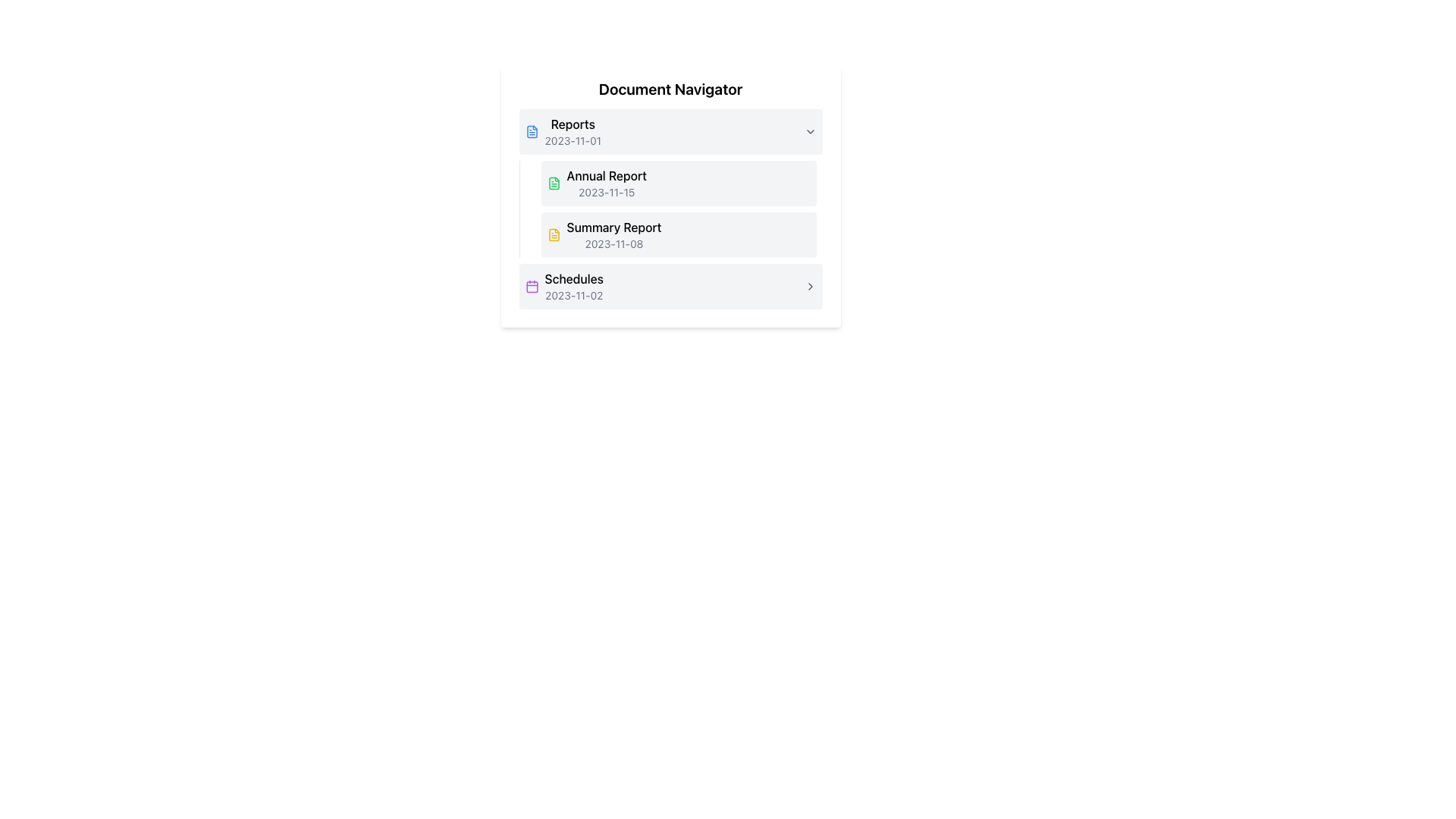 This screenshot has height=819, width=1456. Describe the element at coordinates (677, 234) in the screenshot. I see `the 'Summary Report' menu item, which is the second item under the 'Reports' section` at that location.